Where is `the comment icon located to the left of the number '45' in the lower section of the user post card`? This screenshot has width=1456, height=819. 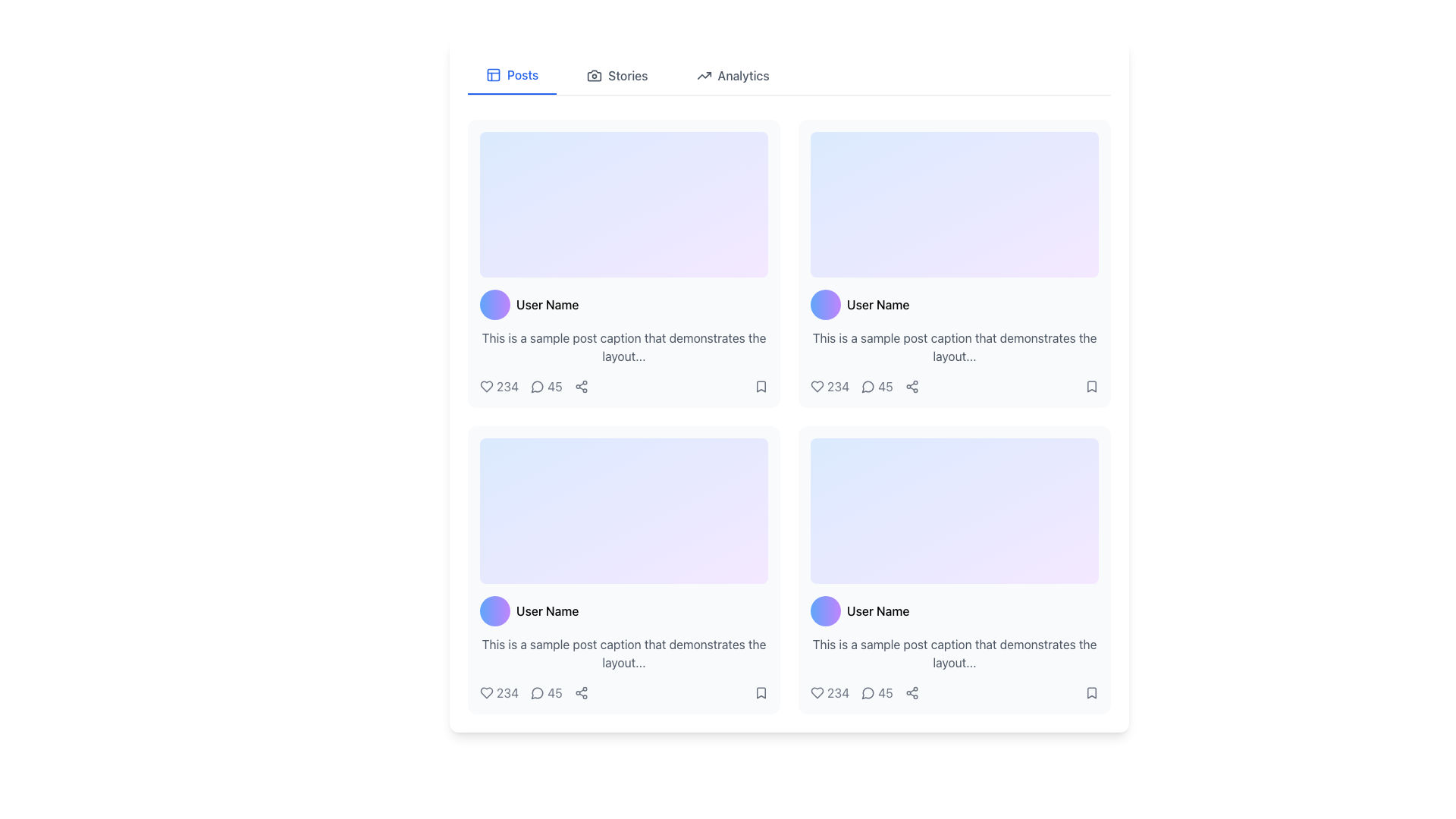
the comment icon located to the left of the number '45' in the lower section of the user post card is located at coordinates (538, 385).